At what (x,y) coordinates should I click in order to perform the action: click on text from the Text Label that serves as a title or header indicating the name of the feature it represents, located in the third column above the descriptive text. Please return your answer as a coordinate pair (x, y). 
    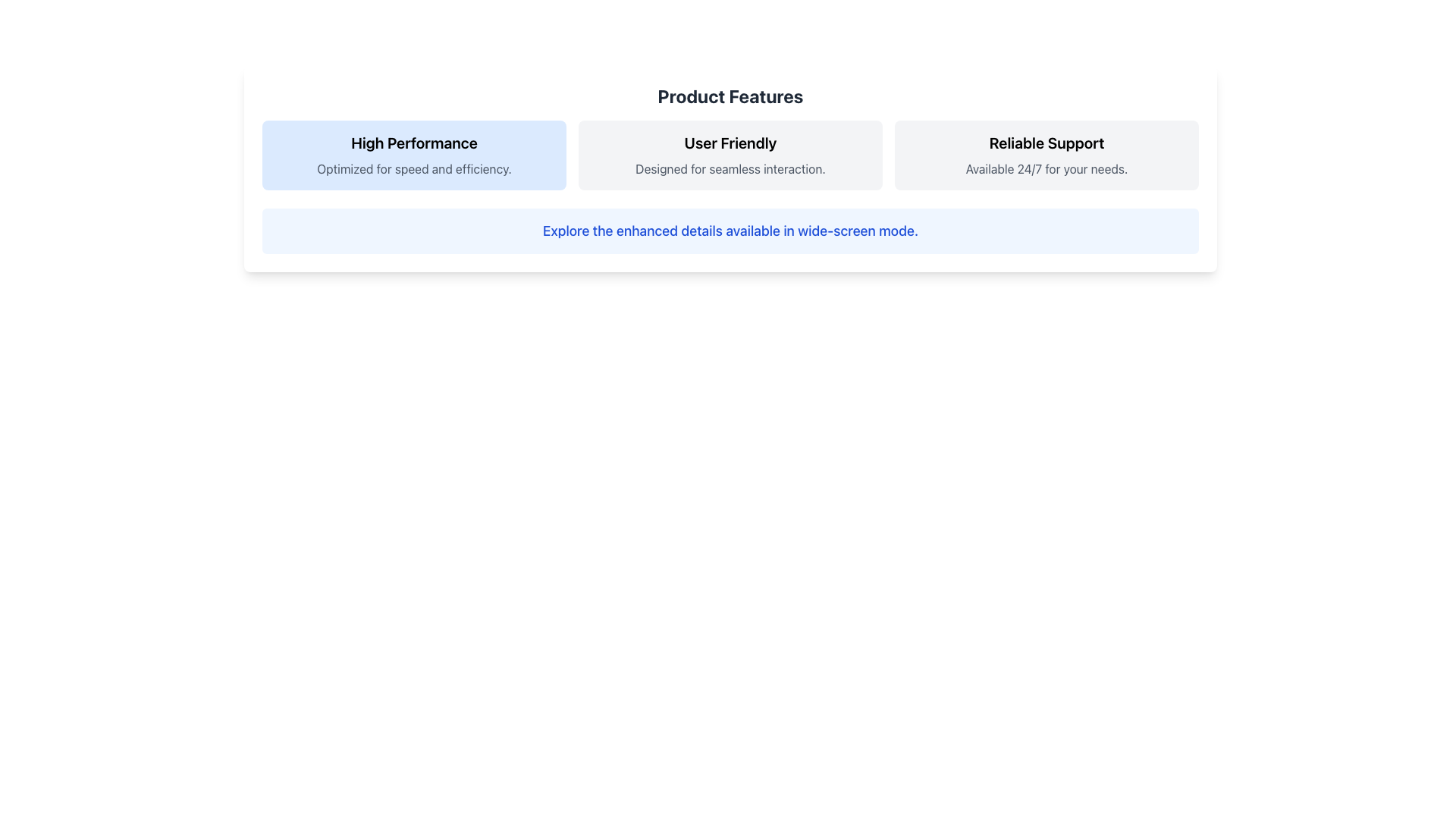
    Looking at the image, I should click on (1046, 143).